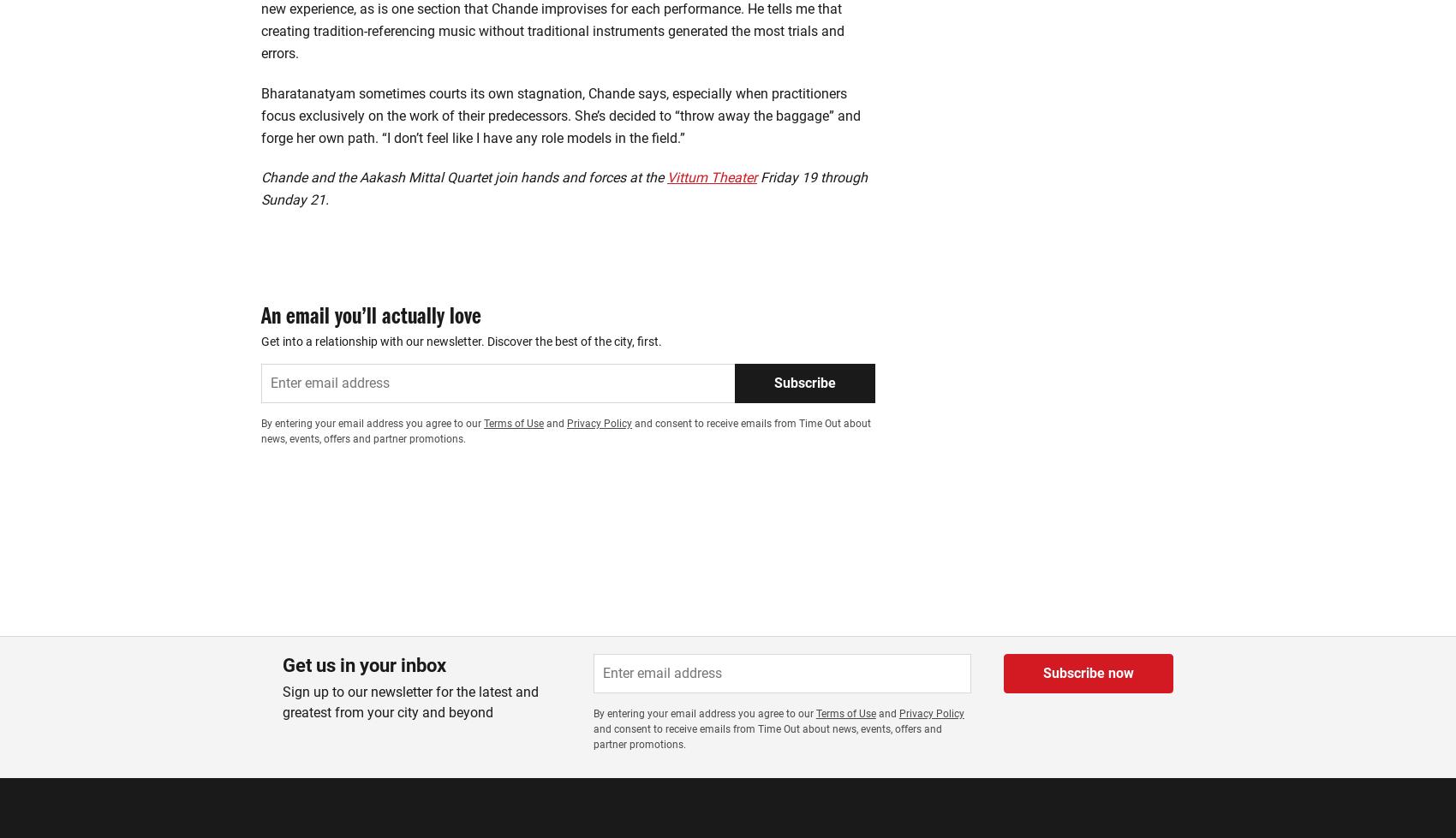 Image resolution: width=1456 pixels, height=838 pixels. I want to click on 'Friday 19 through Sunday 21.', so click(564, 110).